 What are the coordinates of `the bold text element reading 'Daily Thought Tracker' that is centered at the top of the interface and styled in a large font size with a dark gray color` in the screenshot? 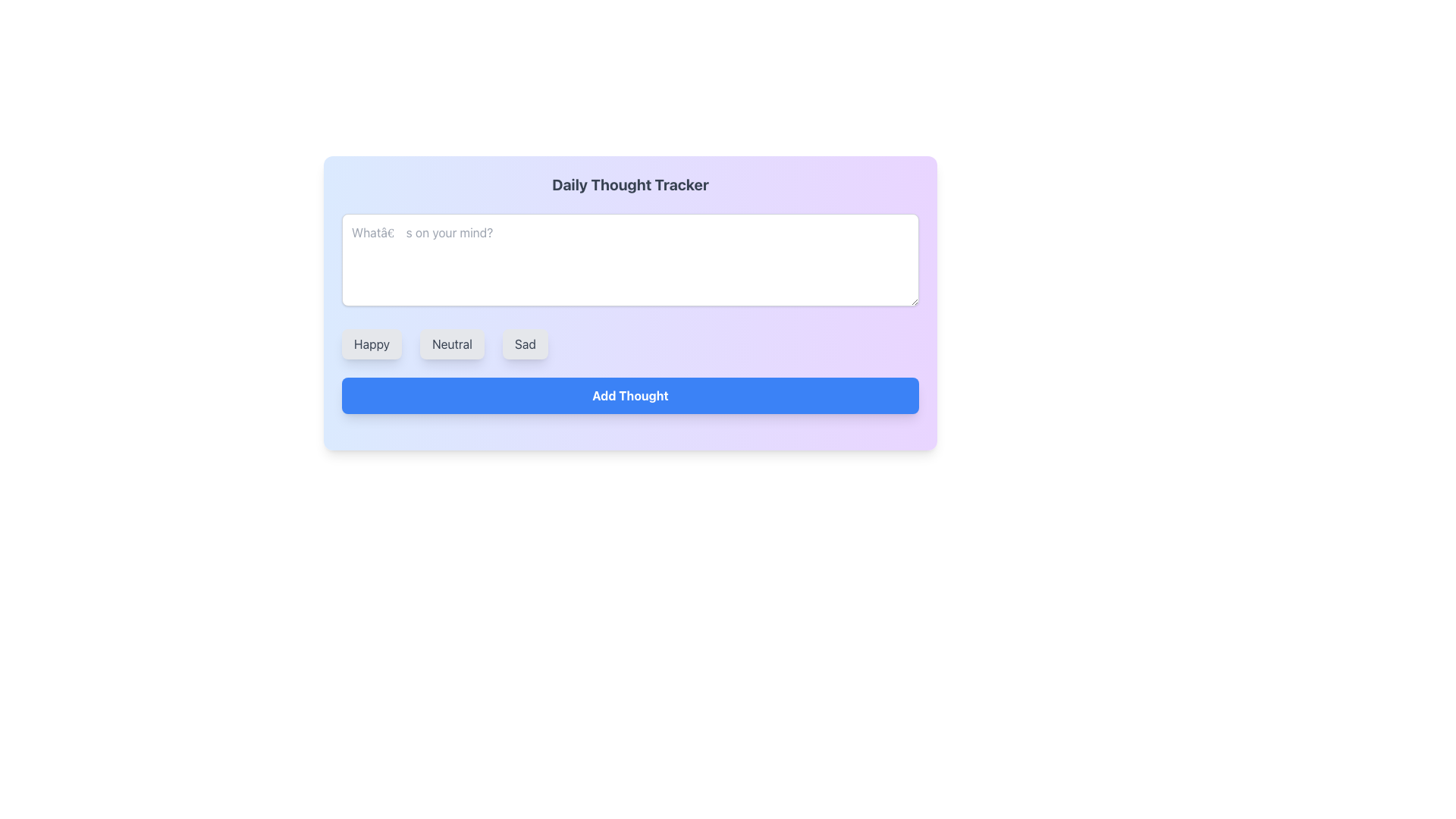 It's located at (630, 184).